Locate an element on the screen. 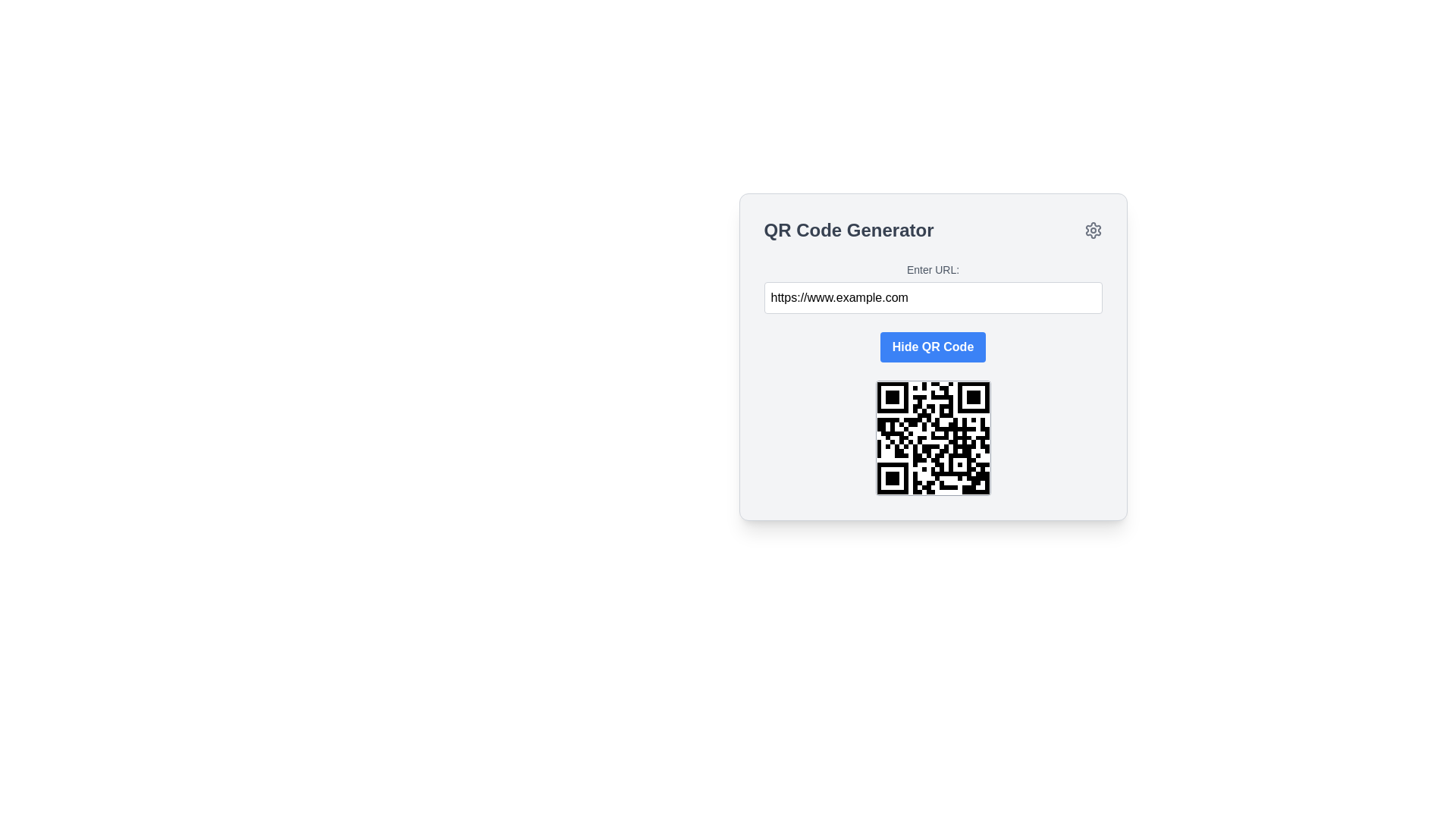 This screenshot has height=819, width=1456. the gear-shaped icon located in the upper right corner of the window is located at coordinates (1093, 231).